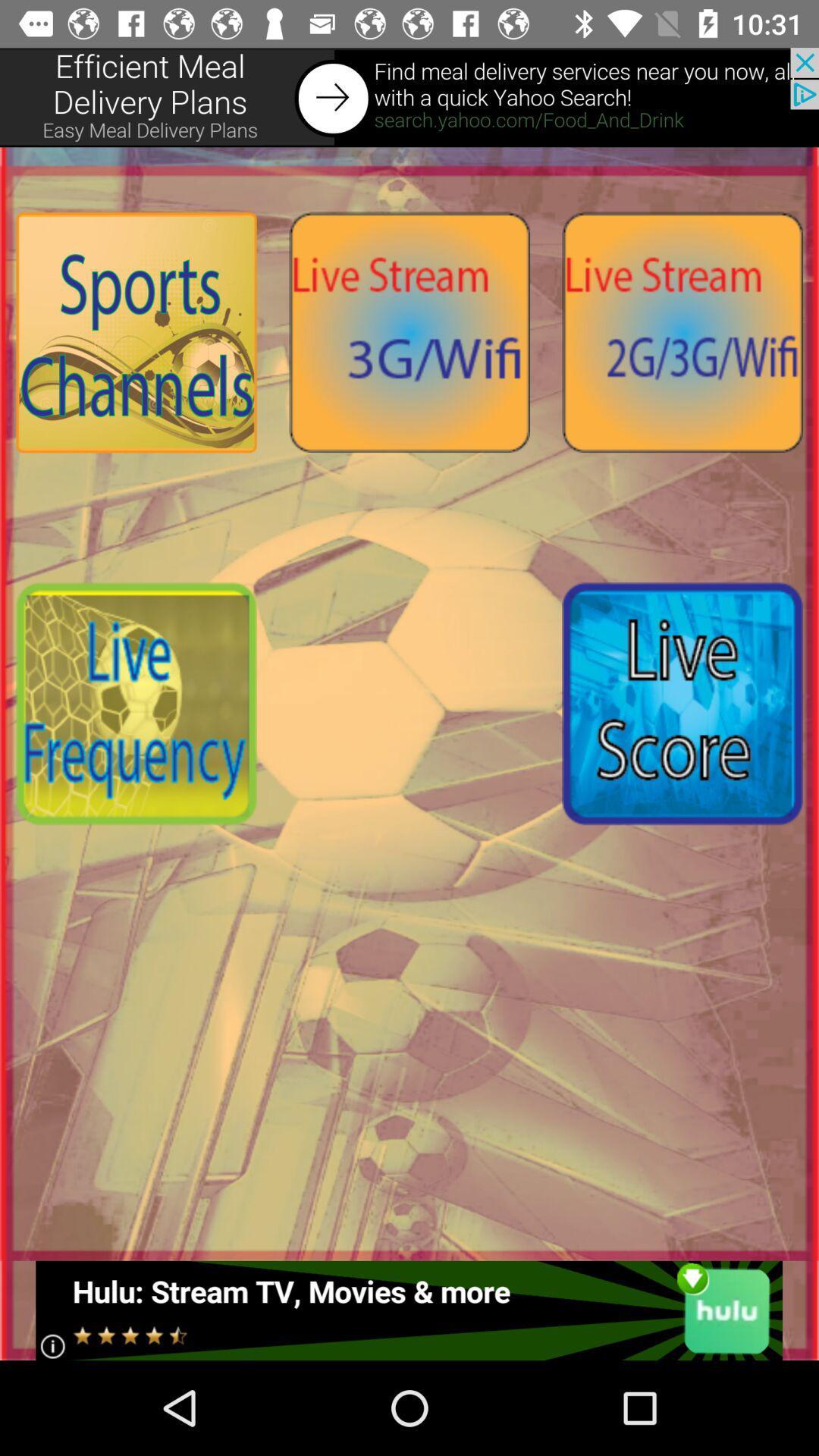 The height and width of the screenshot is (1456, 819). What do you see at coordinates (681, 703) in the screenshot?
I see `live score` at bounding box center [681, 703].